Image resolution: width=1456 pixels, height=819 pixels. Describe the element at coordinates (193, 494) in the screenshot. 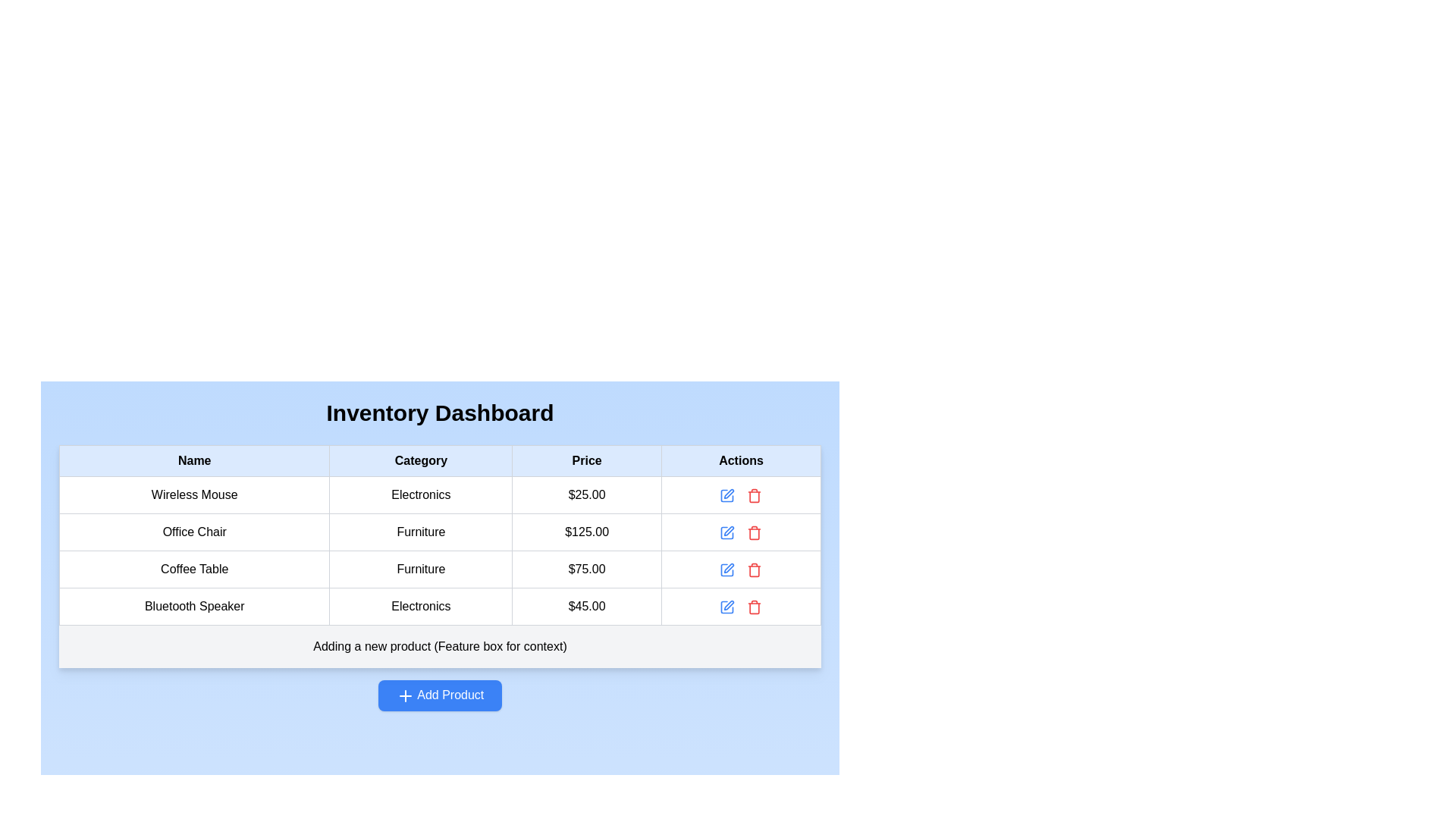

I see `the Text label displaying the inventory item 'Wireless Mouse' in the first row and first column of the table` at that location.